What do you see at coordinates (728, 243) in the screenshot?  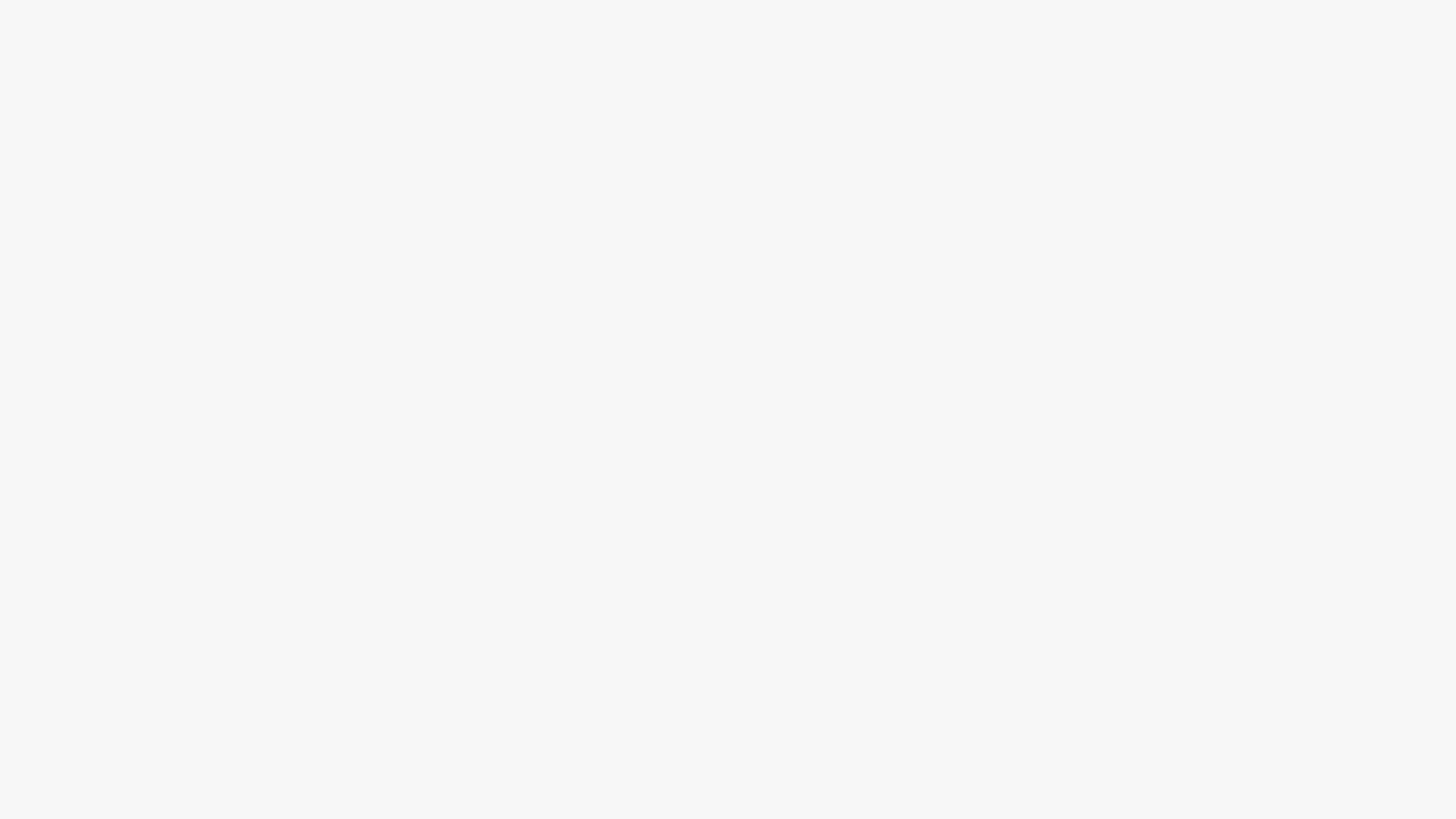 I see `Log In` at bounding box center [728, 243].